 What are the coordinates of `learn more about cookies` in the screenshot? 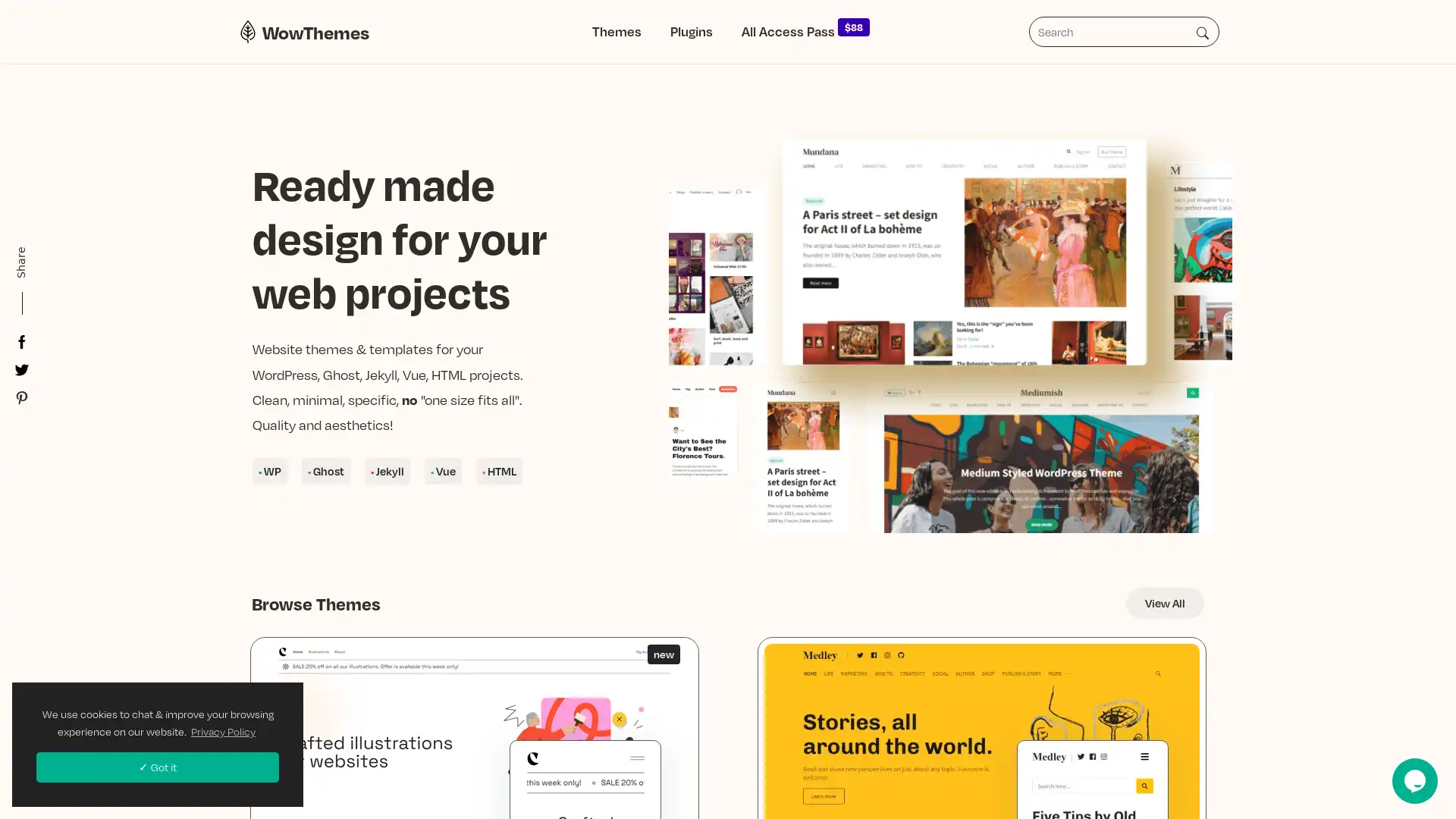 It's located at (222, 730).